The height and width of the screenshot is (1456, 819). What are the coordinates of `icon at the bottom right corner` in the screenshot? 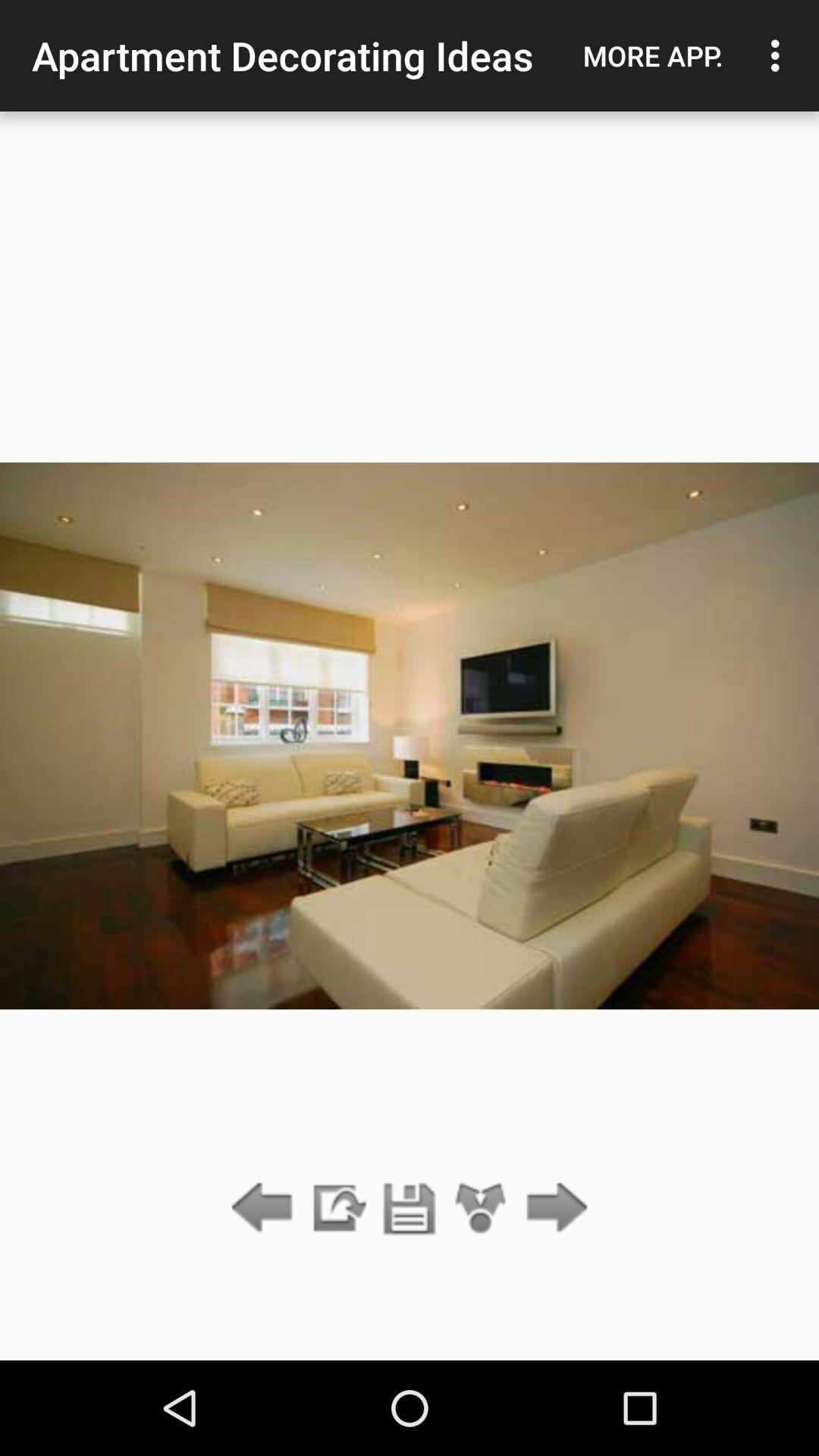 It's located at (553, 1208).